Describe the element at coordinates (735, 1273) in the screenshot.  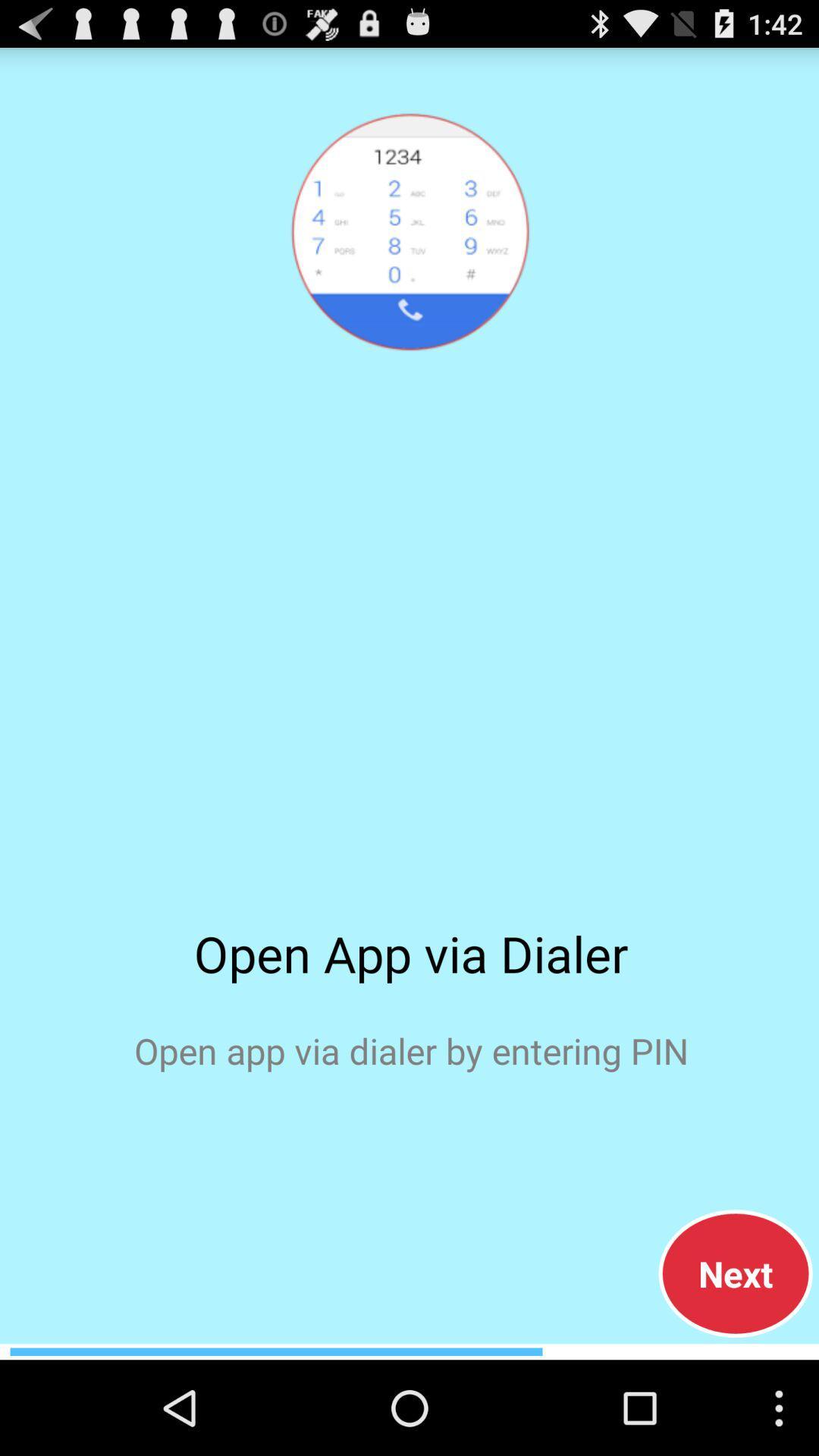
I see `the next button` at that location.